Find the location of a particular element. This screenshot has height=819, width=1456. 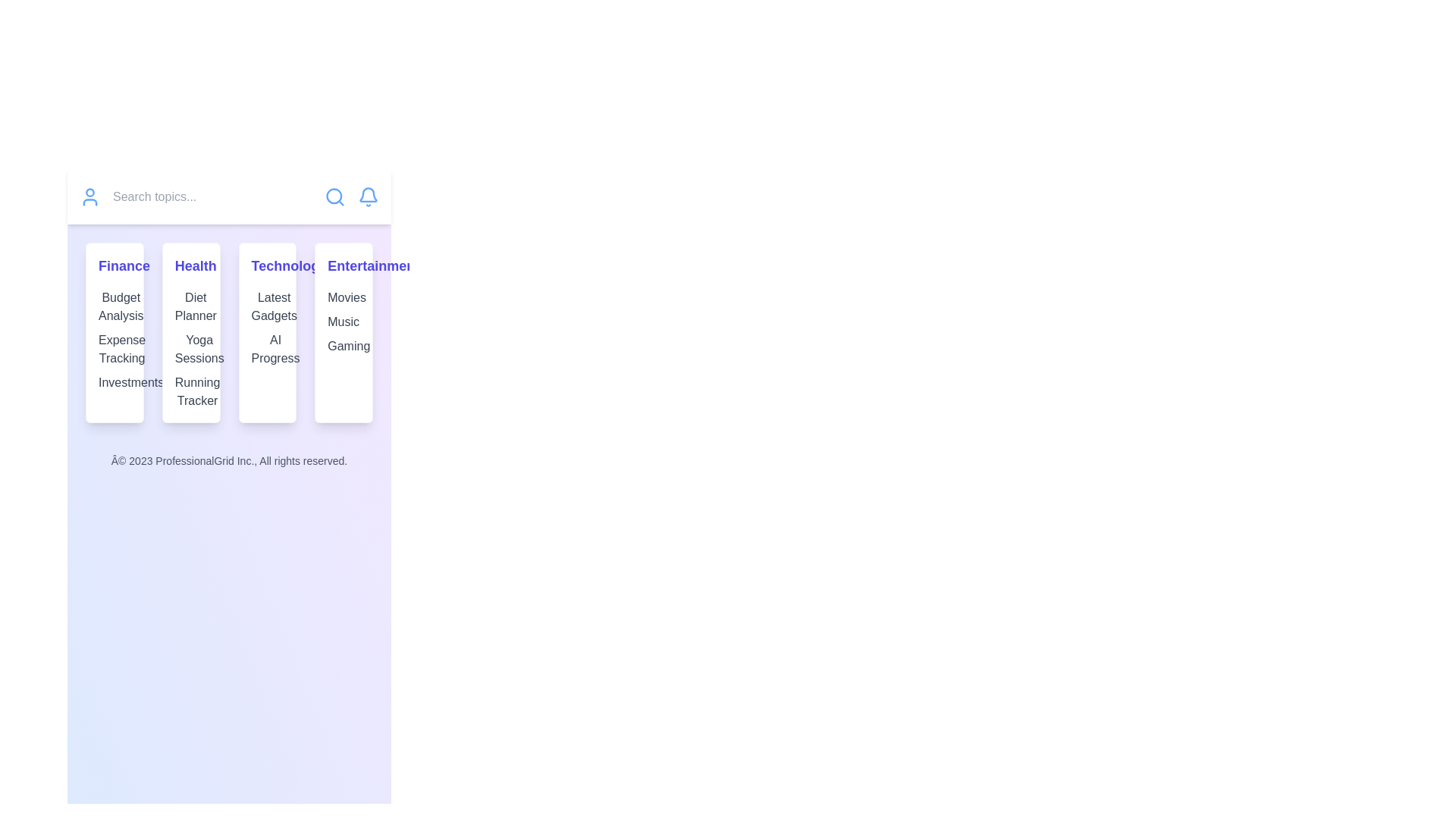

the 'Movies' text label in the Entertainment section, which includes a right arrow icon for navigation is located at coordinates (343, 298).